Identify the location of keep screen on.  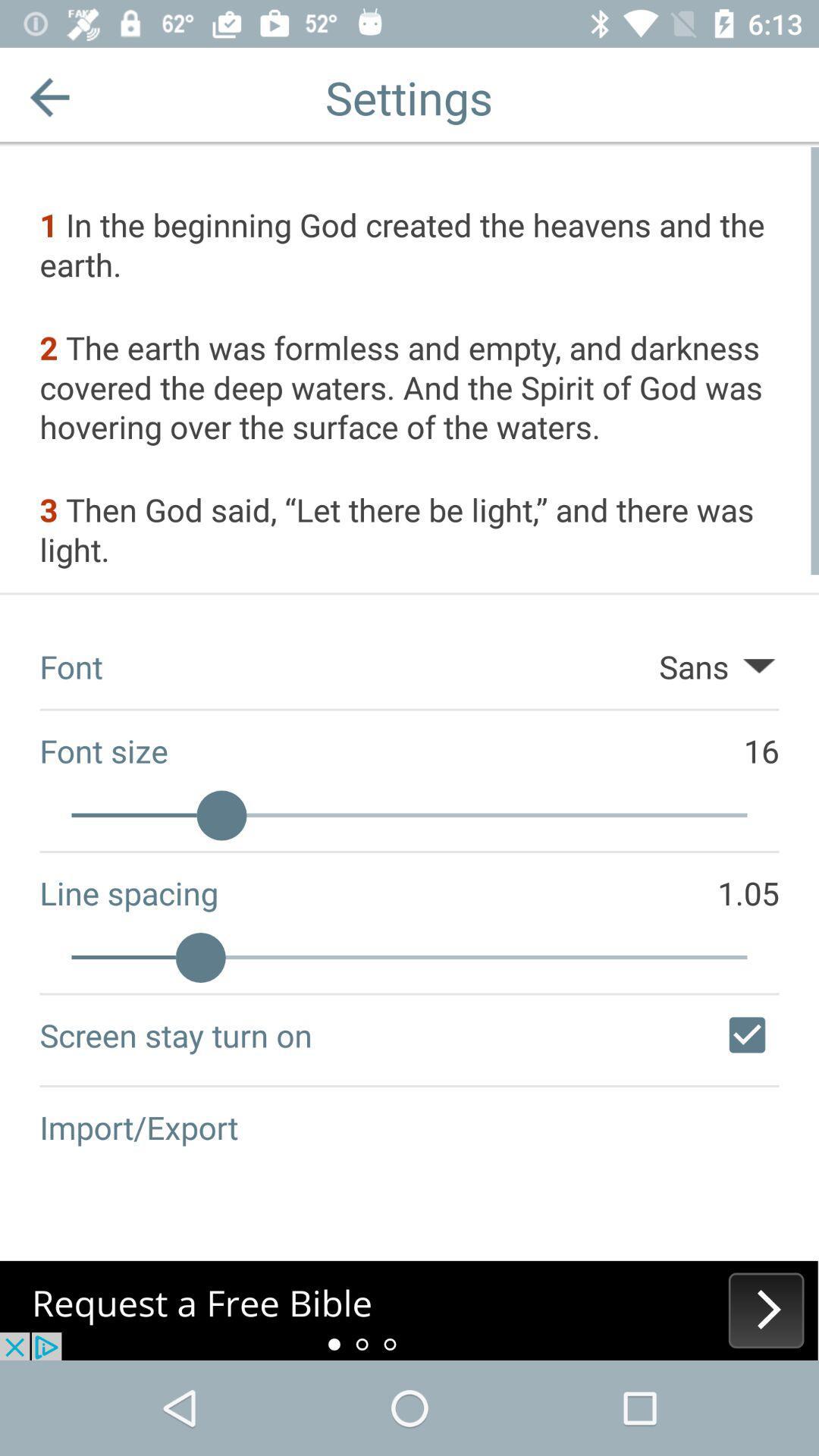
(746, 1034).